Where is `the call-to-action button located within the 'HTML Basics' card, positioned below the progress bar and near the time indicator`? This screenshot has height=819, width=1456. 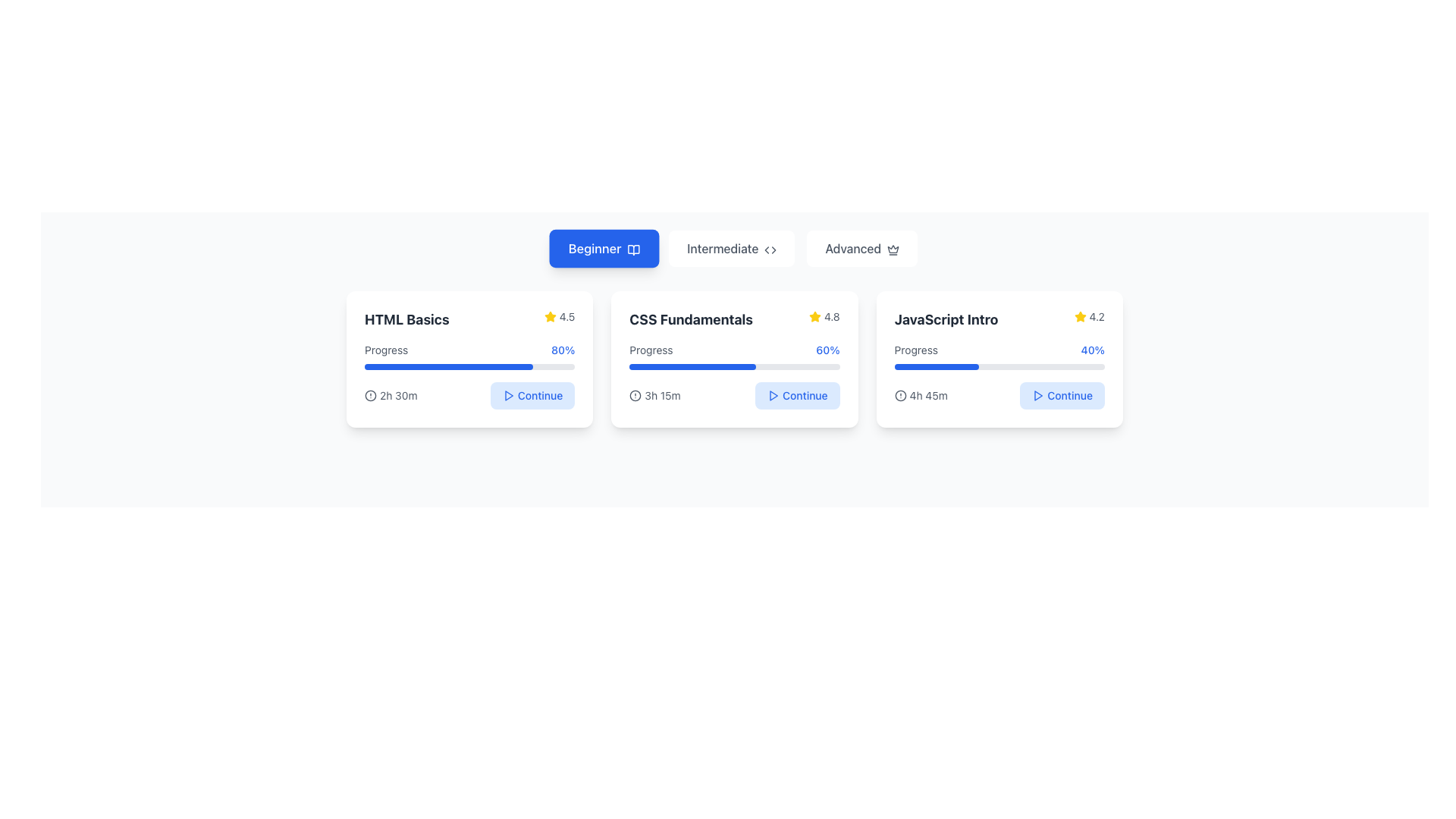 the call-to-action button located within the 'HTML Basics' card, positioned below the progress bar and near the time indicator is located at coordinates (532, 394).